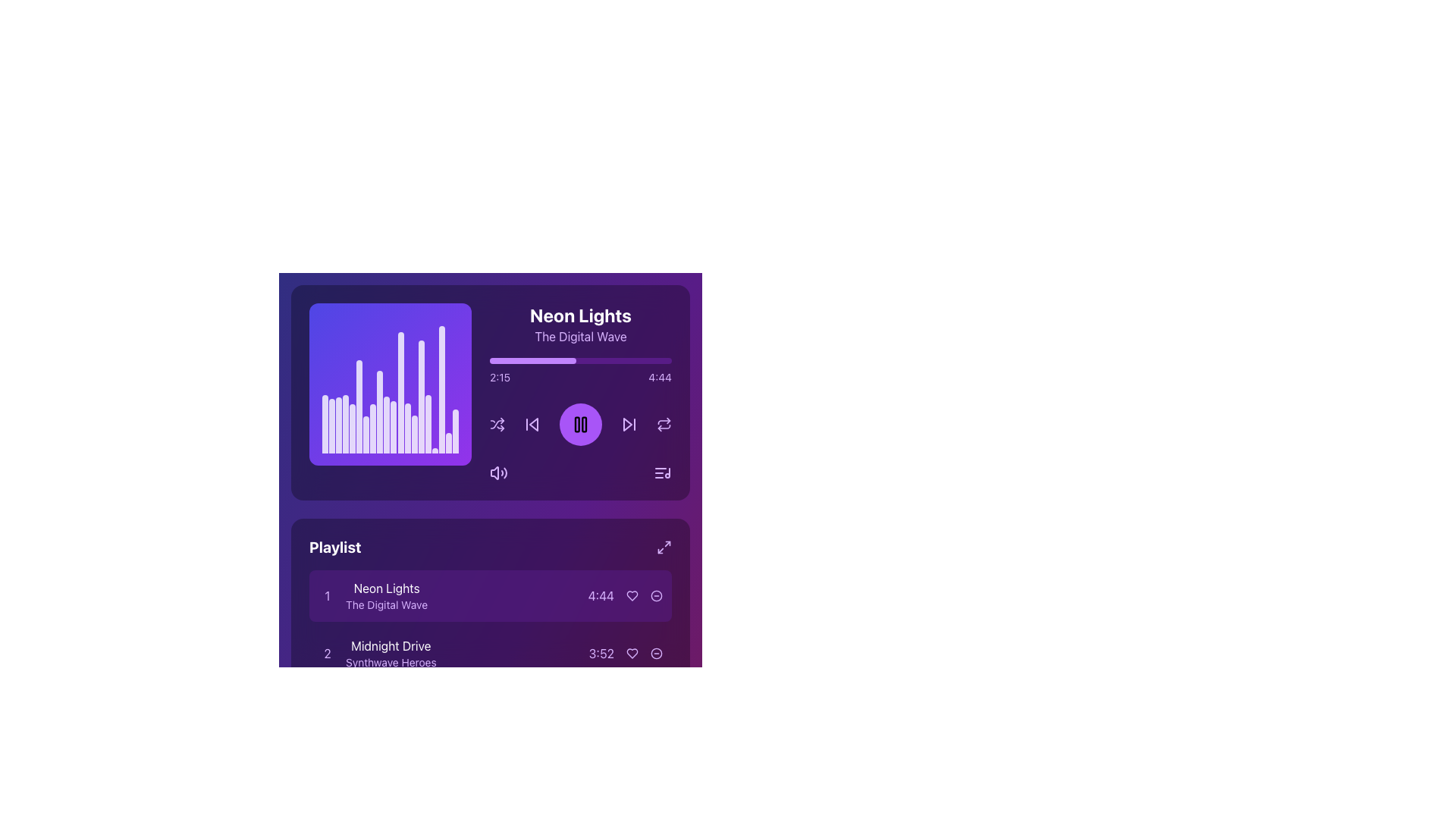  What do you see at coordinates (626, 652) in the screenshot?
I see `the purple text label displaying '3:52' located in the second row of the playlist section in the music player interface, next to the heart icon` at bounding box center [626, 652].